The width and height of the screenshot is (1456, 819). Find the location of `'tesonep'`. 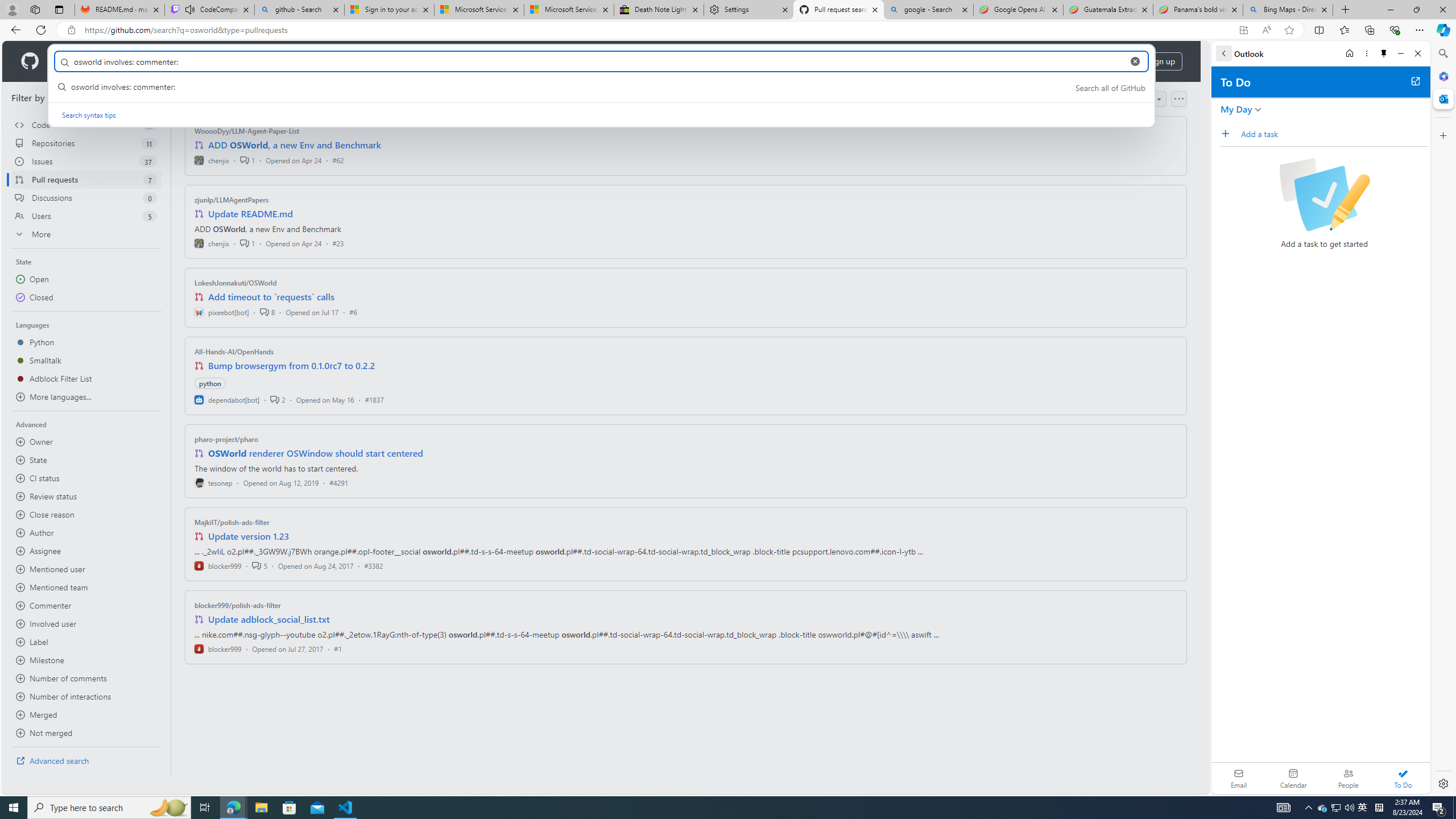

'tesonep' is located at coordinates (213, 482).